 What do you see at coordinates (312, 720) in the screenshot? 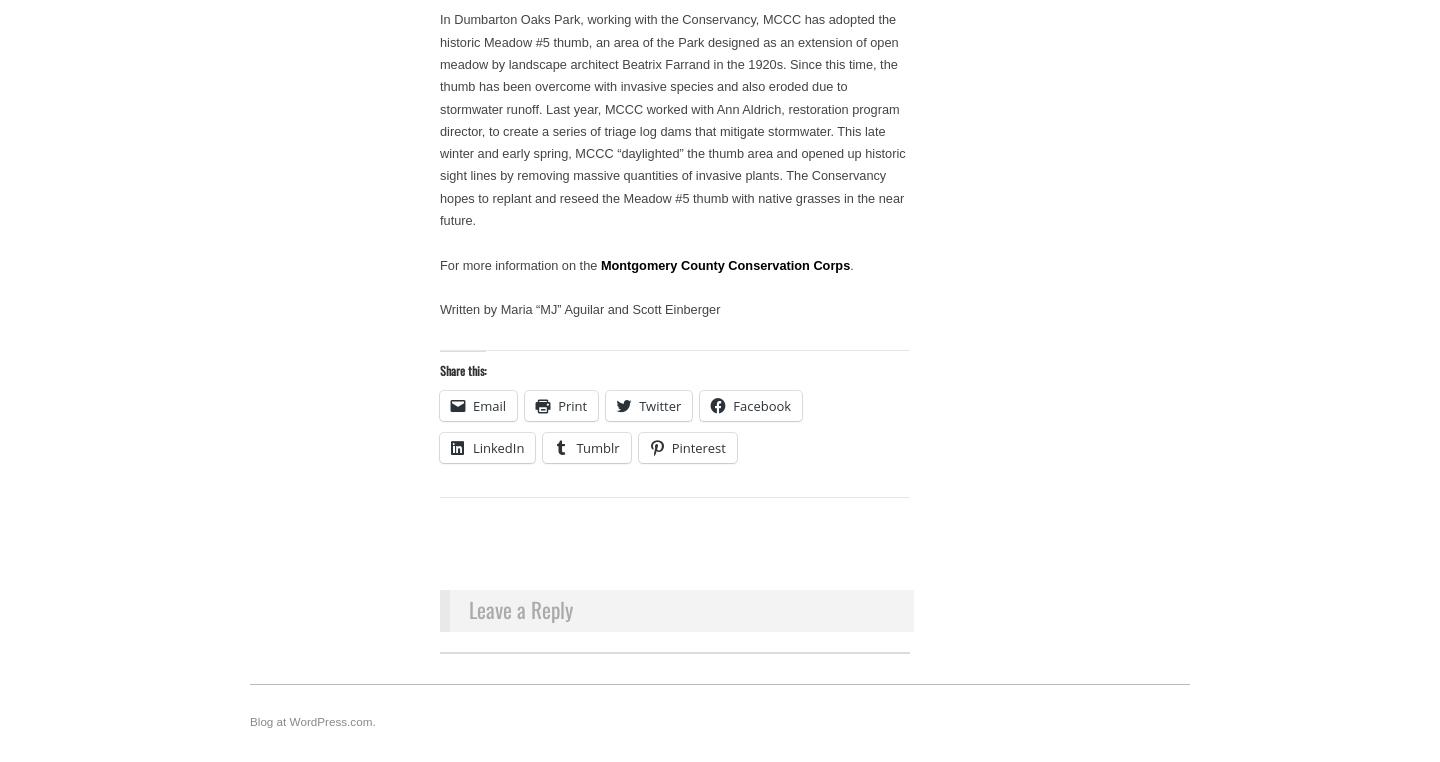
I see `'Blog at WordPress.com.'` at bounding box center [312, 720].